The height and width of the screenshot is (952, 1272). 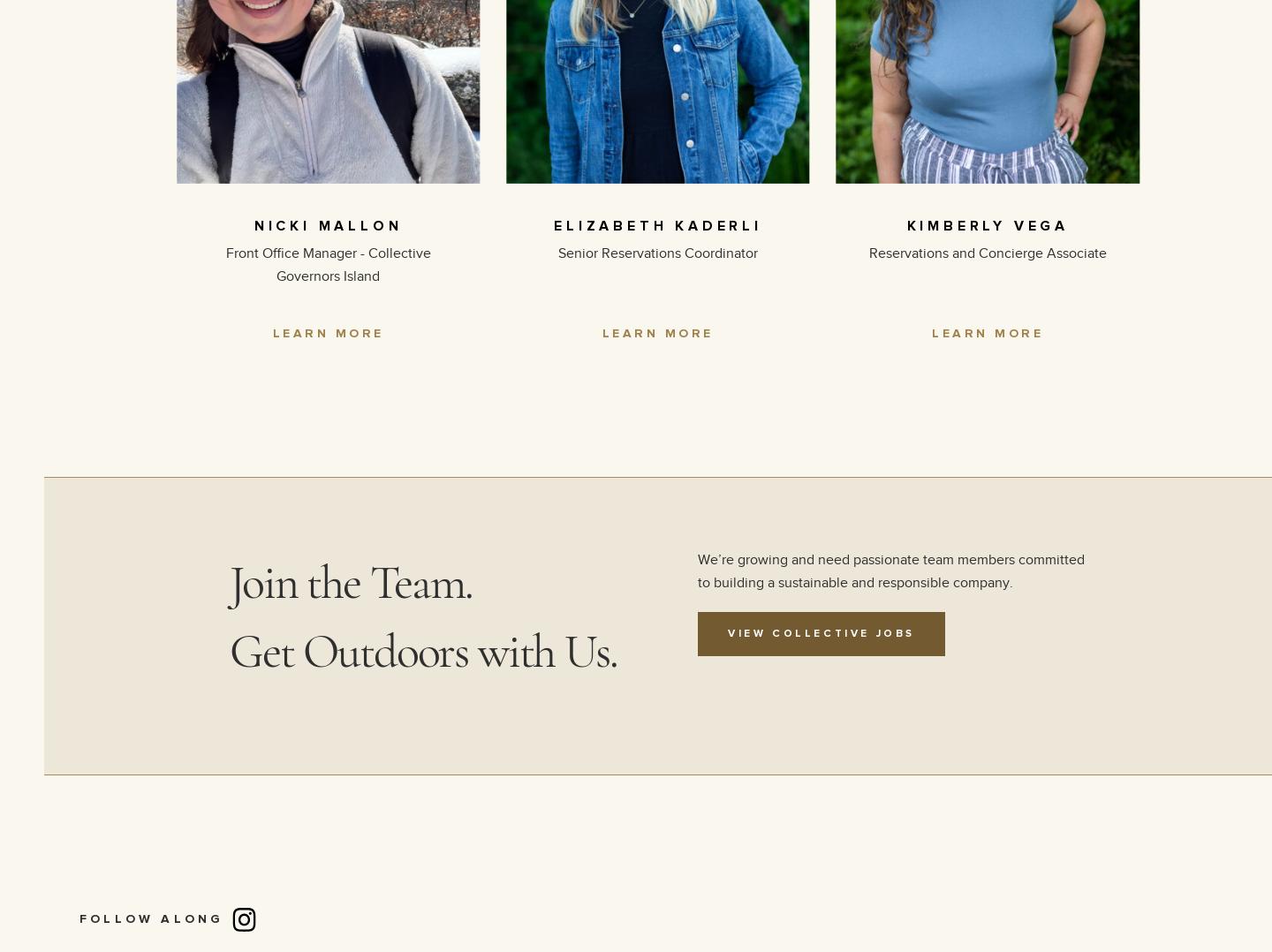 I want to click on 'View Collective Jobs', so click(x=821, y=631).